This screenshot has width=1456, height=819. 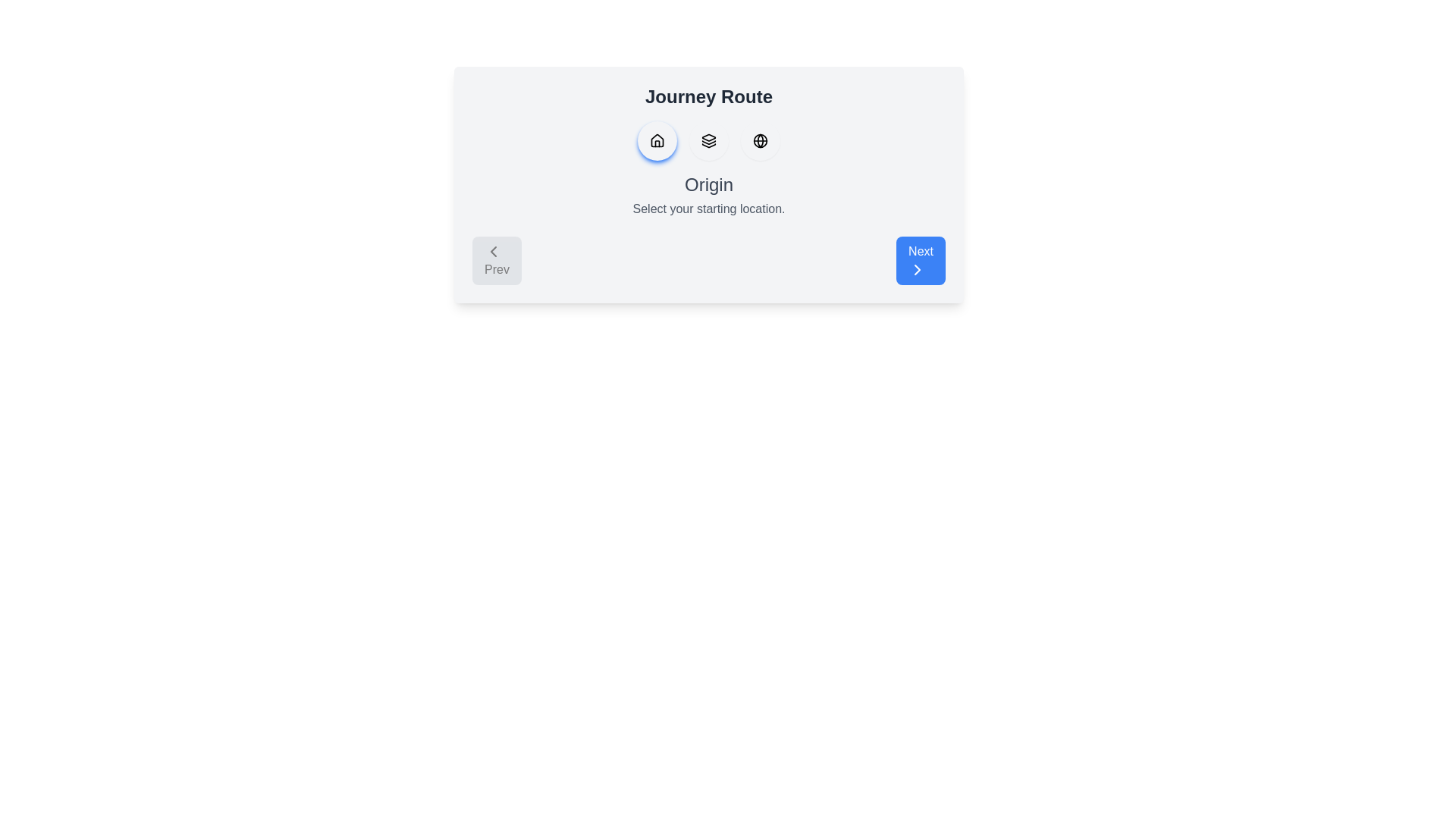 What do you see at coordinates (657, 140) in the screenshot?
I see `the house icon button located beneath the 'Journey Route' heading` at bounding box center [657, 140].